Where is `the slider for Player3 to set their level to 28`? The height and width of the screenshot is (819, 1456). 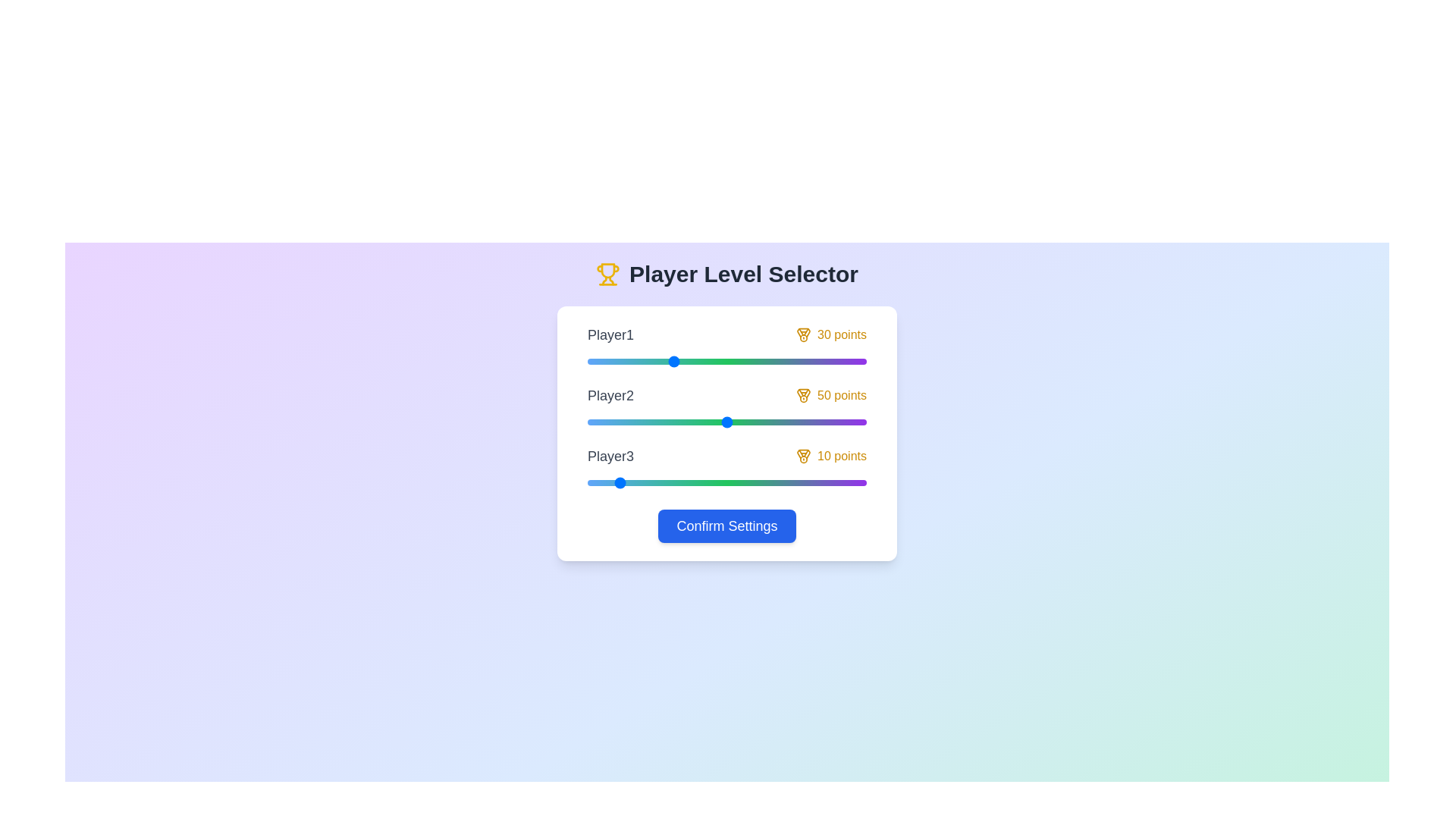 the slider for Player3 to set their level to 28 is located at coordinates (666, 482).